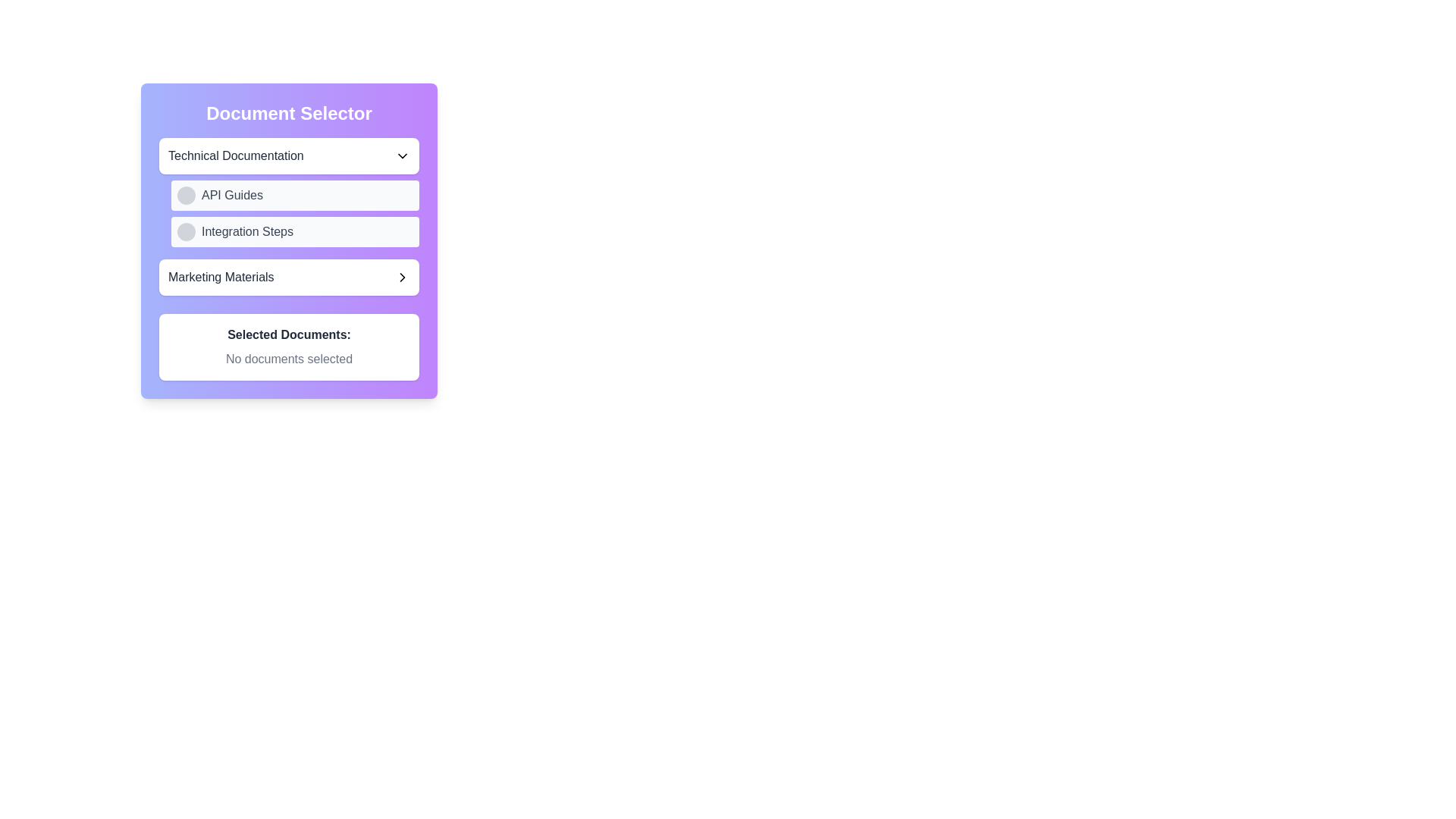 Image resolution: width=1456 pixels, height=819 pixels. What do you see at coordinates (295, 213) in the screenshot?
I see `the 'API Guides' and 'Integration Steps' row in the Document Selector panel` at bounding box center [295, 213].